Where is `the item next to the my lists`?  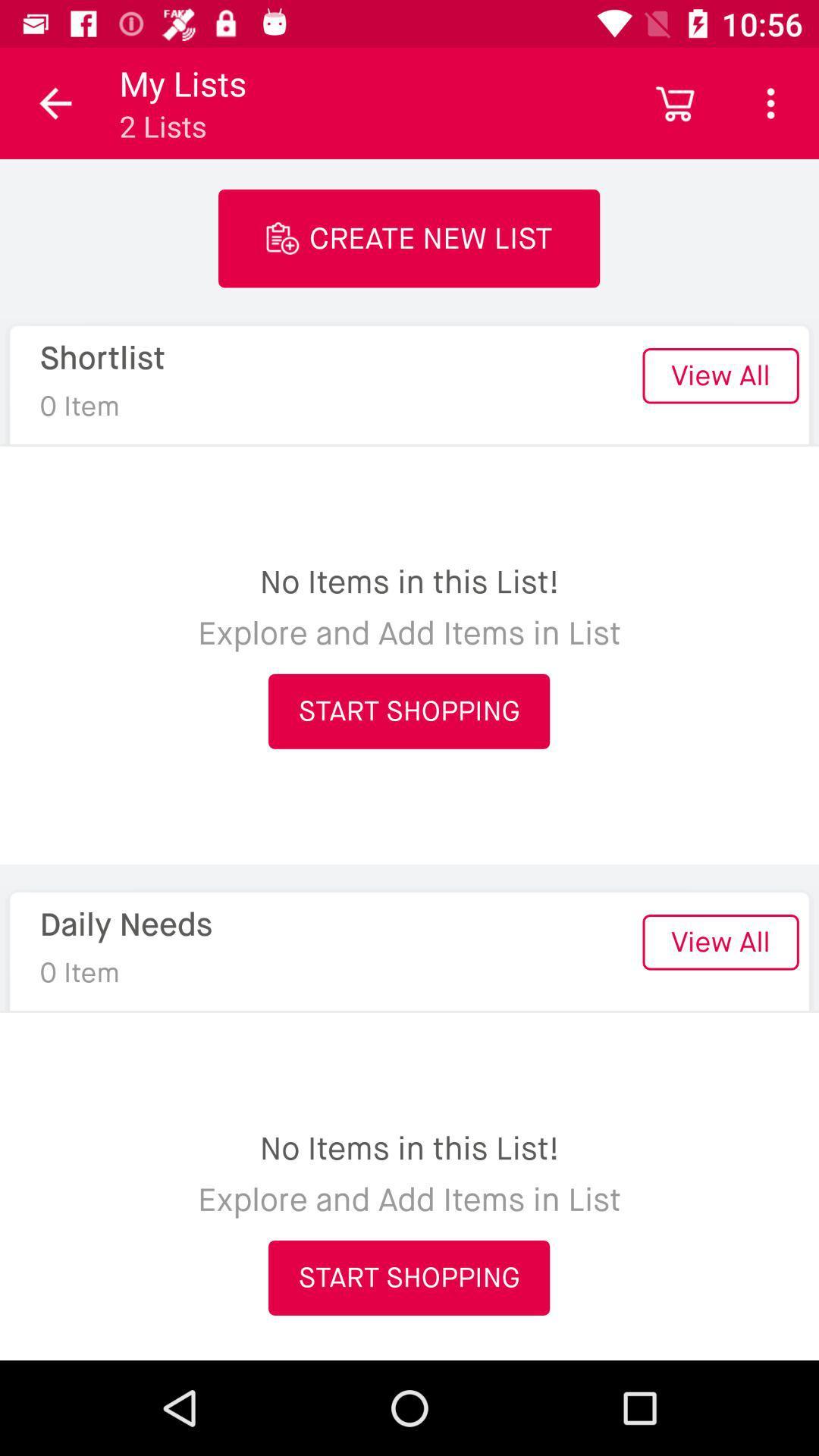 the item next to the my lists is located at coordinates (55, 102).